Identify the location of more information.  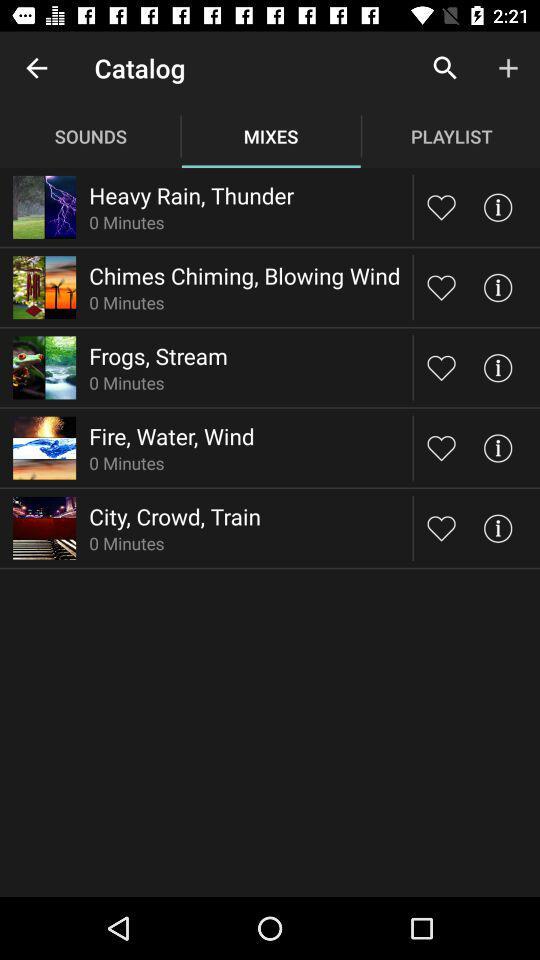
(496, 286).